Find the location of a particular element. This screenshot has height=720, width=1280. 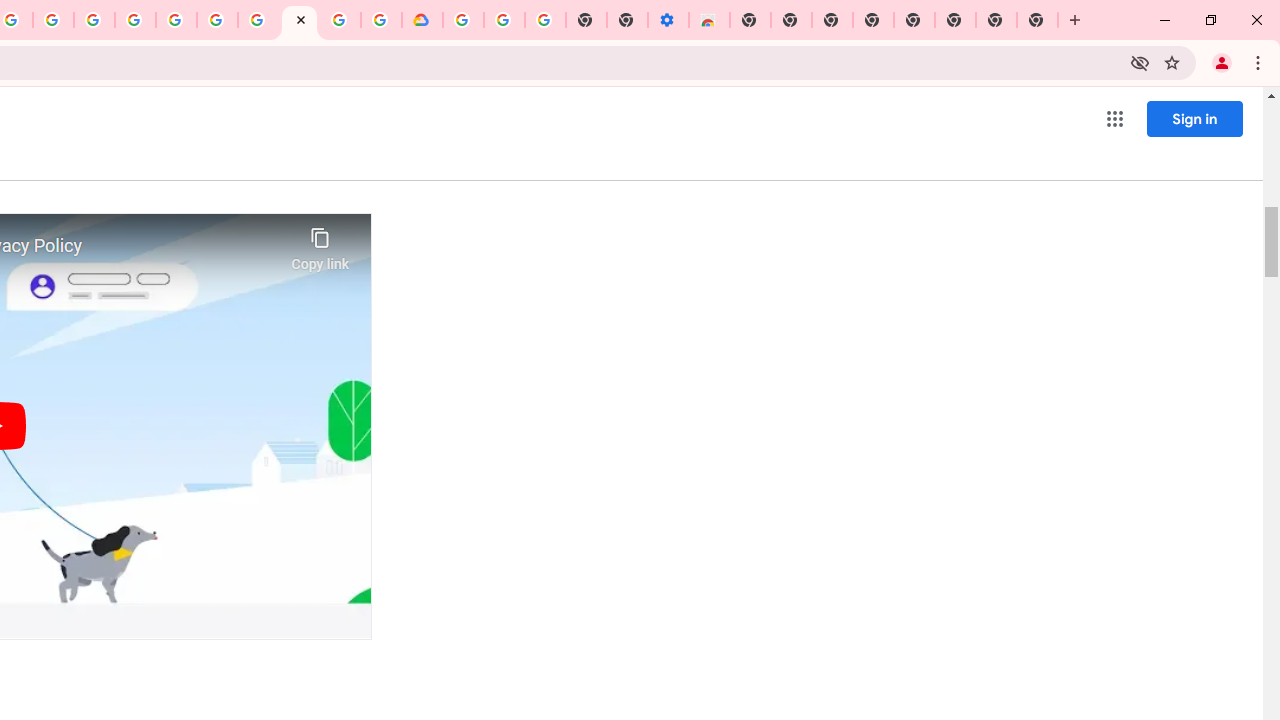

'Browse the Google Chrome Community - Google Chrome Community' is located at coordinates (381, 20).